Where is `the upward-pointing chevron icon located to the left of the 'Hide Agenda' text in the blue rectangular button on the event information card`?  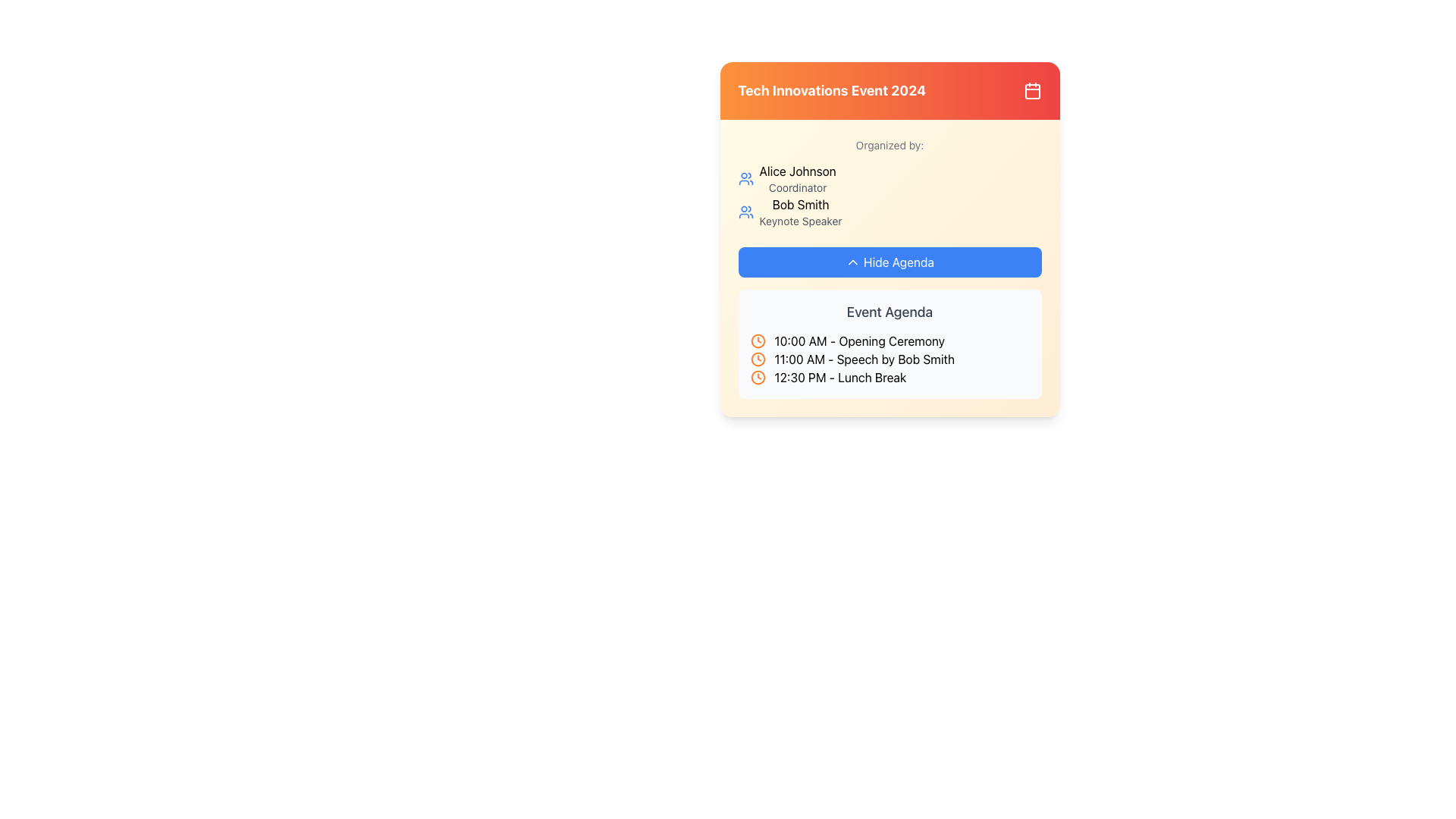 the upward-pointing chevron icon located to the left of the 'Hide Agenda' text in the blue rectangular button on the event information card is located at coordinates (852, 262).